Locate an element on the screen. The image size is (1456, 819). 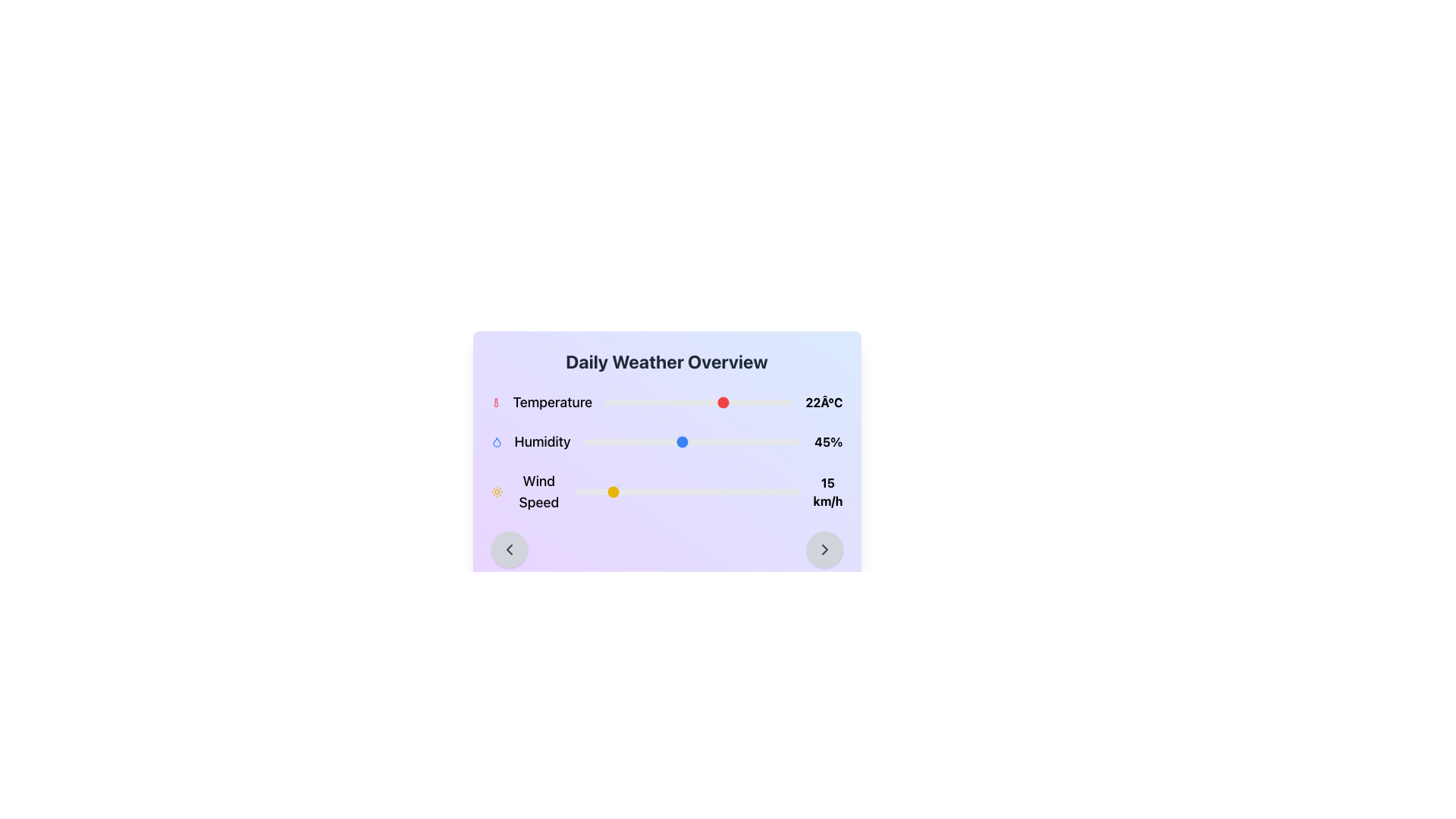
the small red thermometer icon located to the left of the 'Temperature' label in the weather overview widget is located at coordinates (495, 402).